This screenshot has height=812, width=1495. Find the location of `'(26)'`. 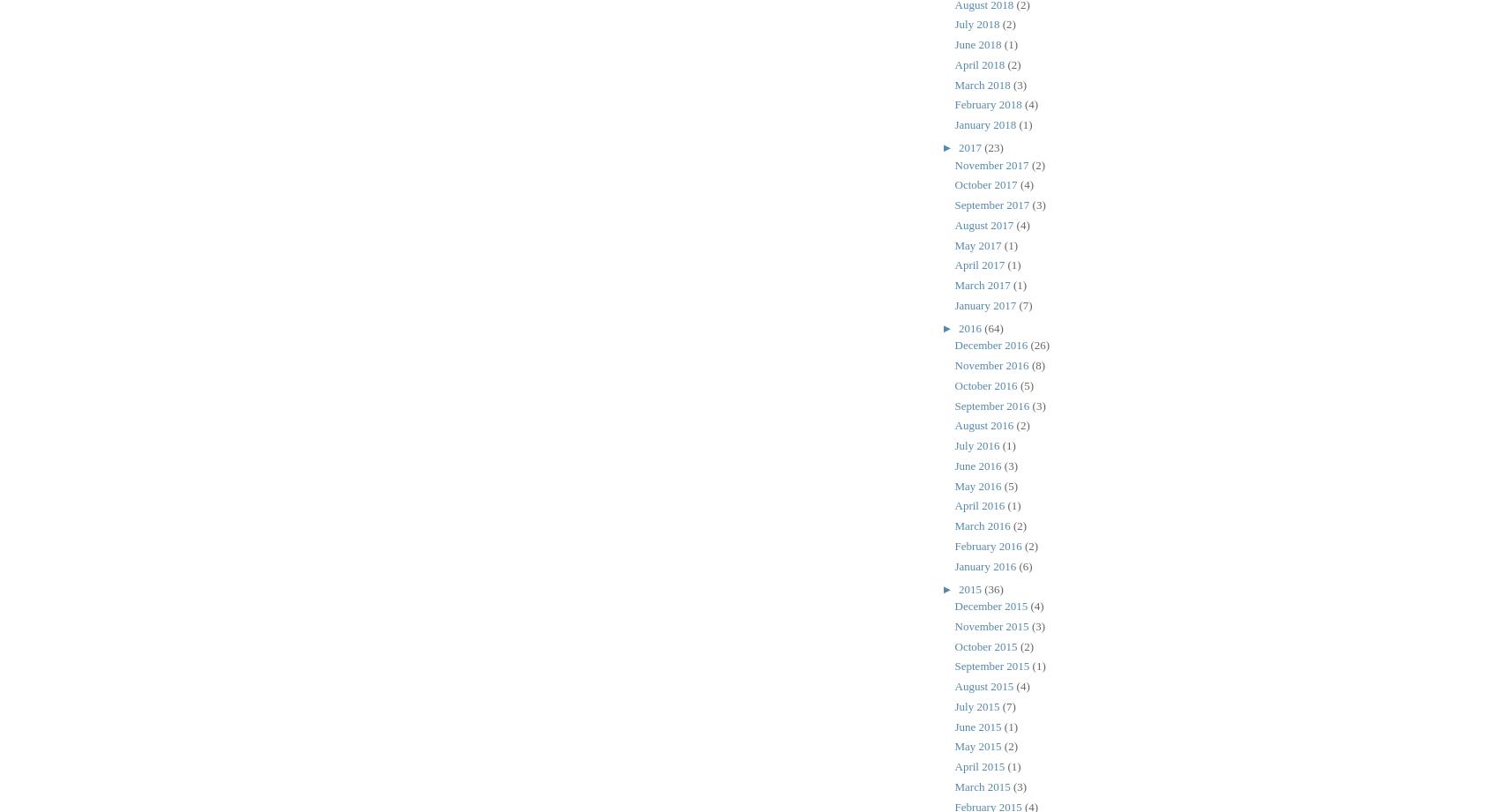

'(26)' is located at coordinates (1040, 345).